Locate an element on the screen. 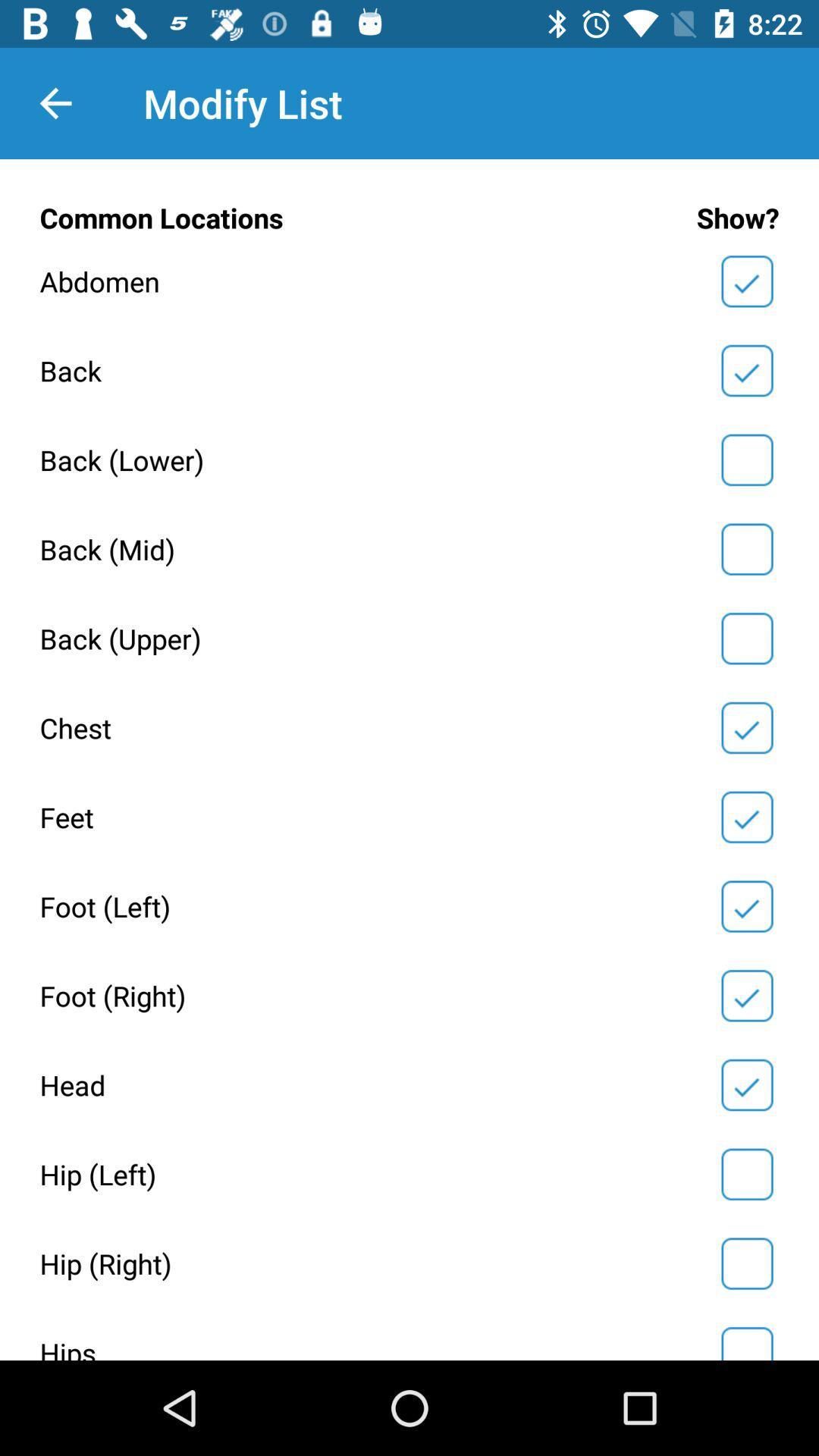 The width and height of the screenshot is (819, 1456). show abdomen option is located at coordinates (746, 281).